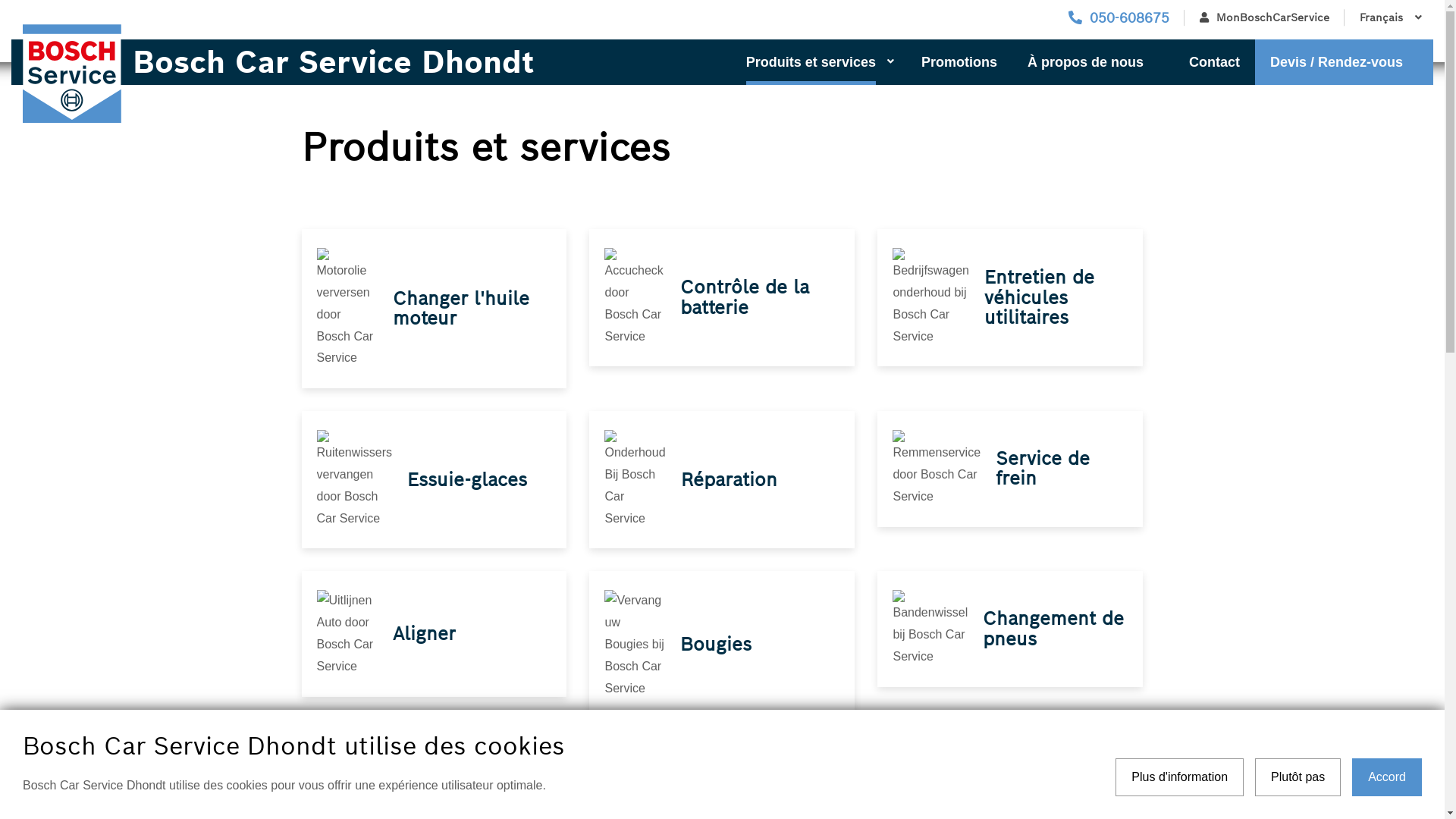  Describe the element at coordinates (1119, 17) in the screenshot. I see `'050-608675'` at that location.